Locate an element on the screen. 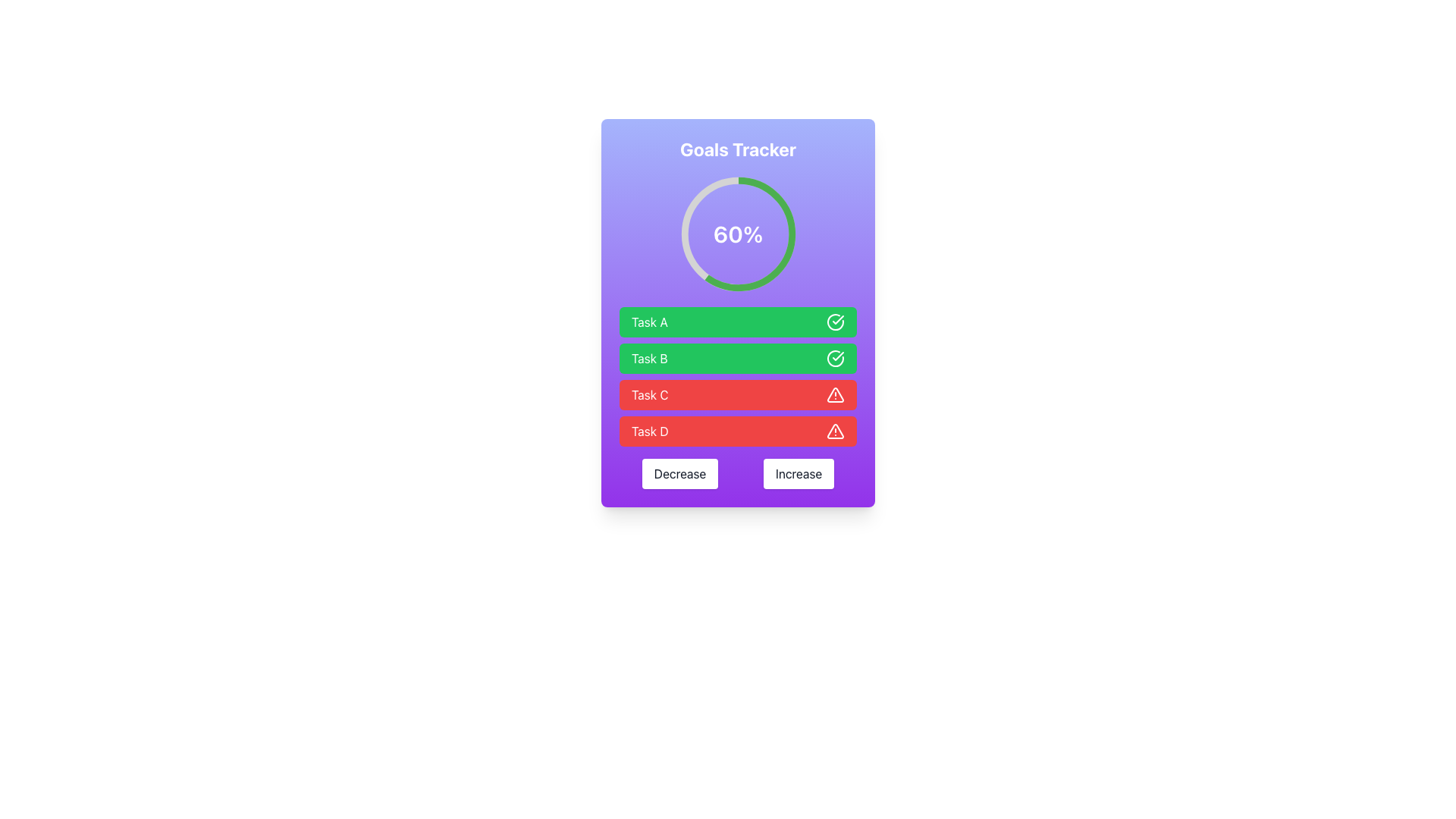 The image size is (1456, 819). the success icon indicating completion associated with 'Task B', located on the right side of the green bar is located at coordinates (837, 318).